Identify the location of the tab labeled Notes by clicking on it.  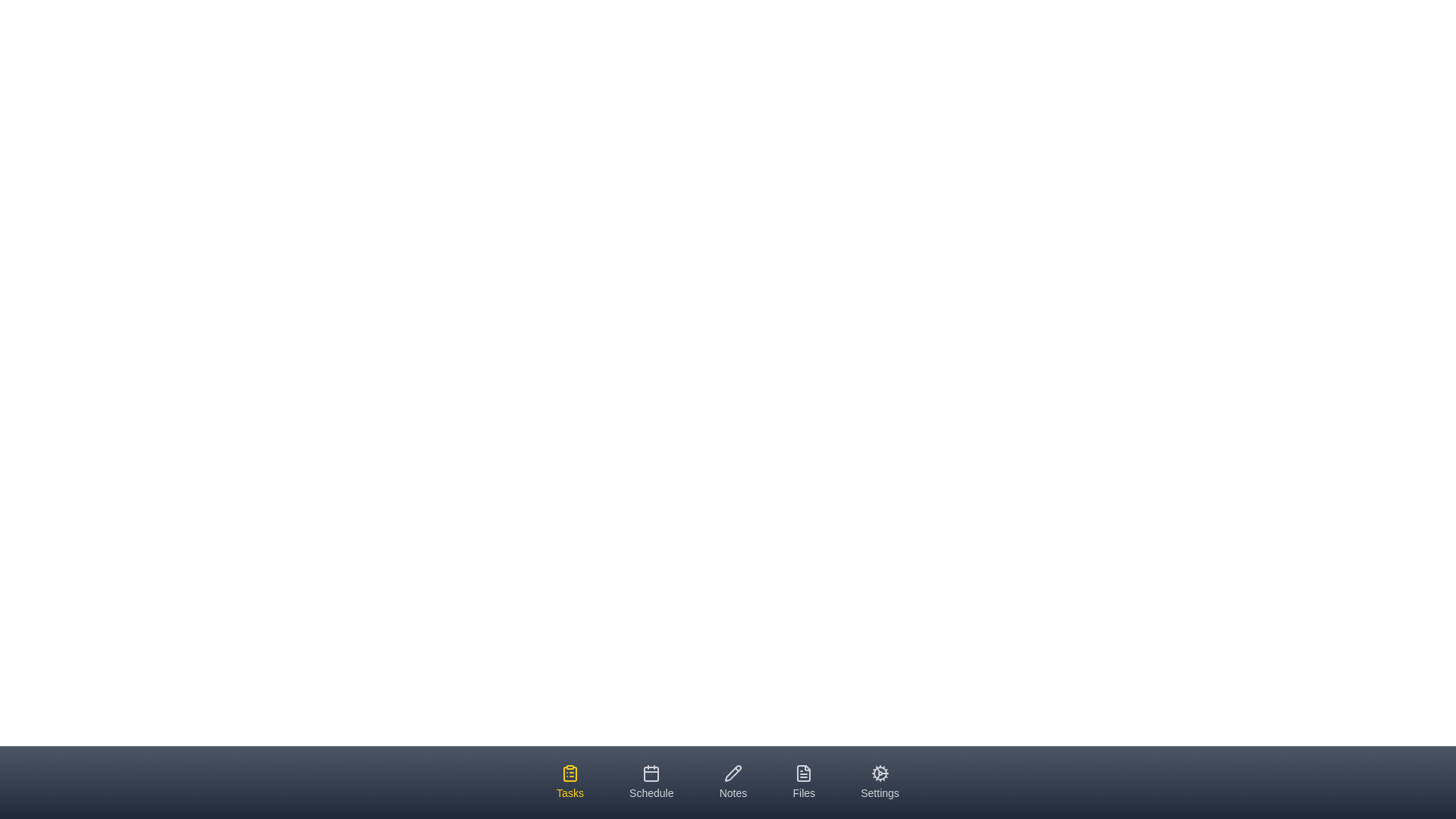
(733, 783).